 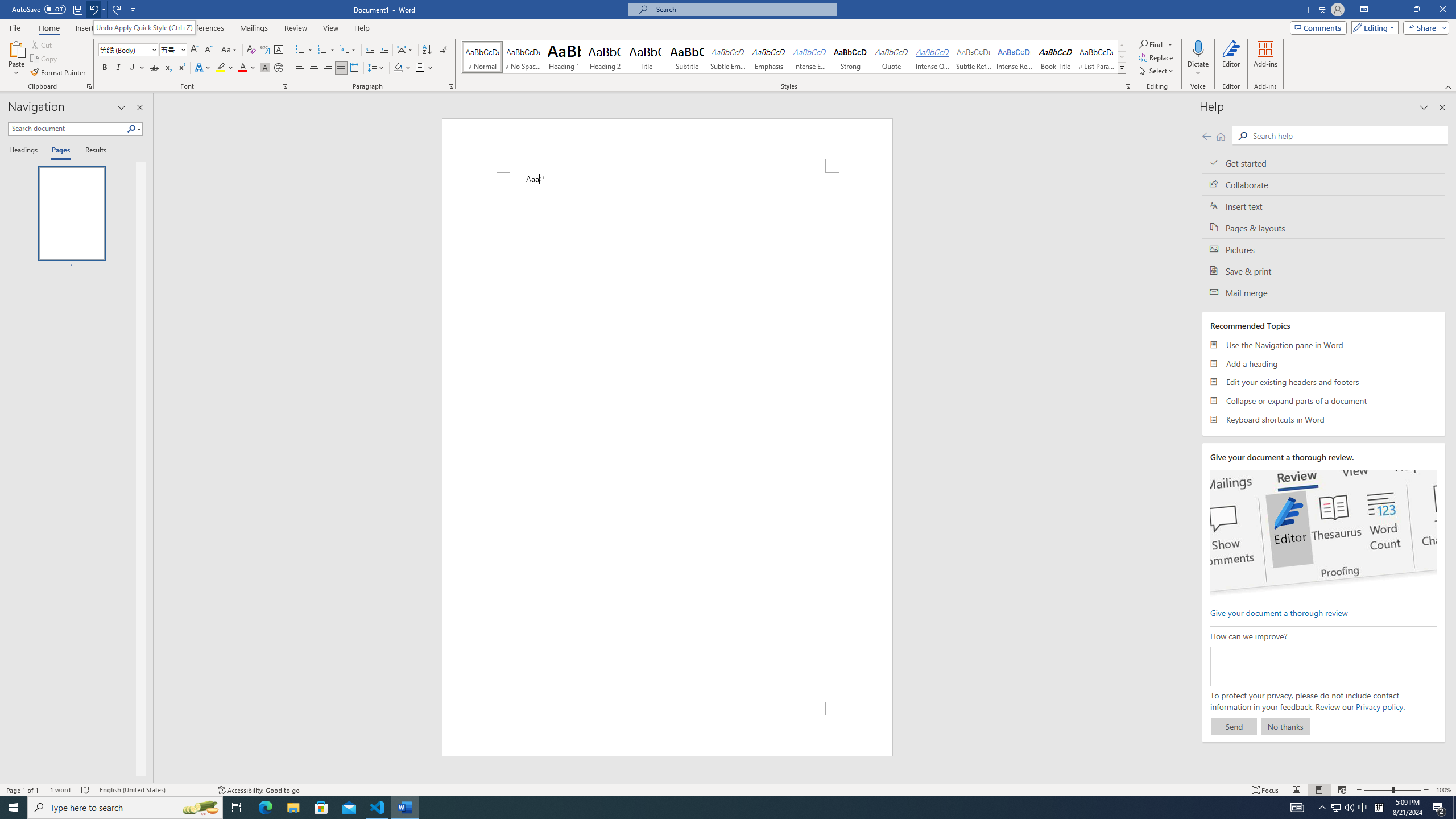 What do you see at coordinates (1278, 612) in the screenshot?
I see `'Give your document a thorough review'` at bounding box center [1278, 612].